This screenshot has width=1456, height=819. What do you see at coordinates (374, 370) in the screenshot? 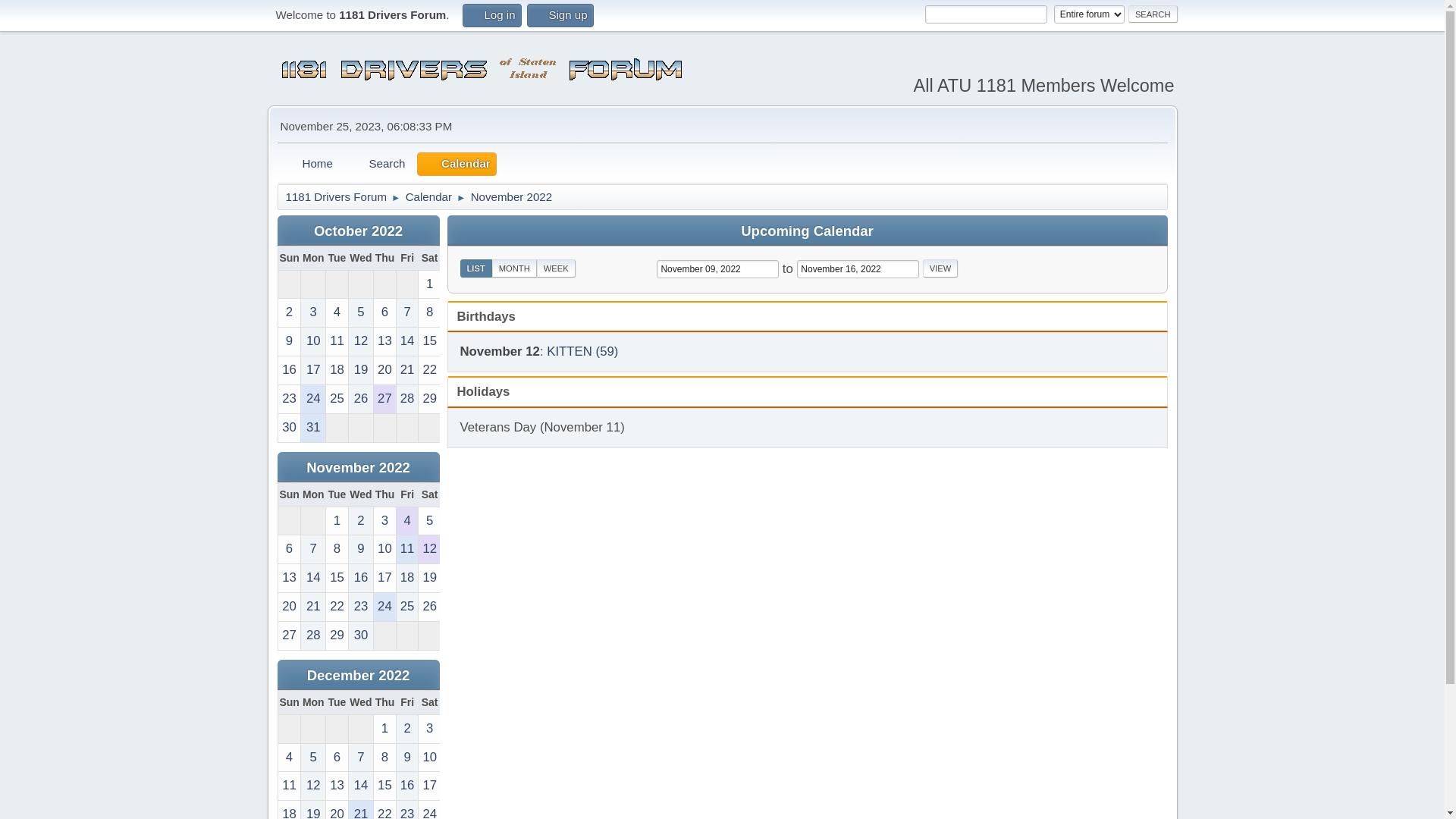
I see `'20'` at bounding box center [374, 370].